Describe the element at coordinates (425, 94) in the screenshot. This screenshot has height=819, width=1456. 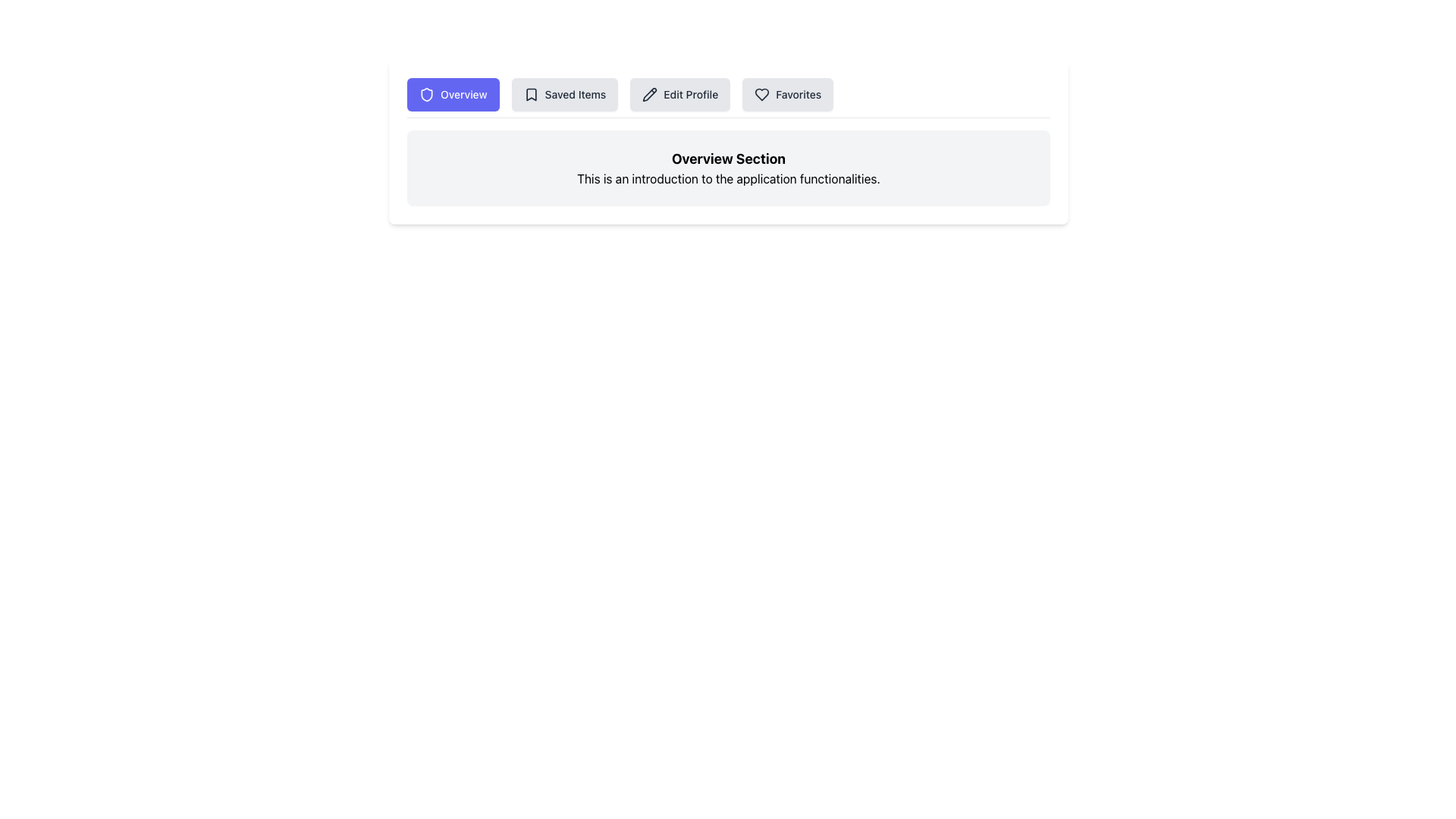
I see `the 'Overview' button, which contains a shield icon styled with a fine outline and rounded edges, located on its left side` at that location.